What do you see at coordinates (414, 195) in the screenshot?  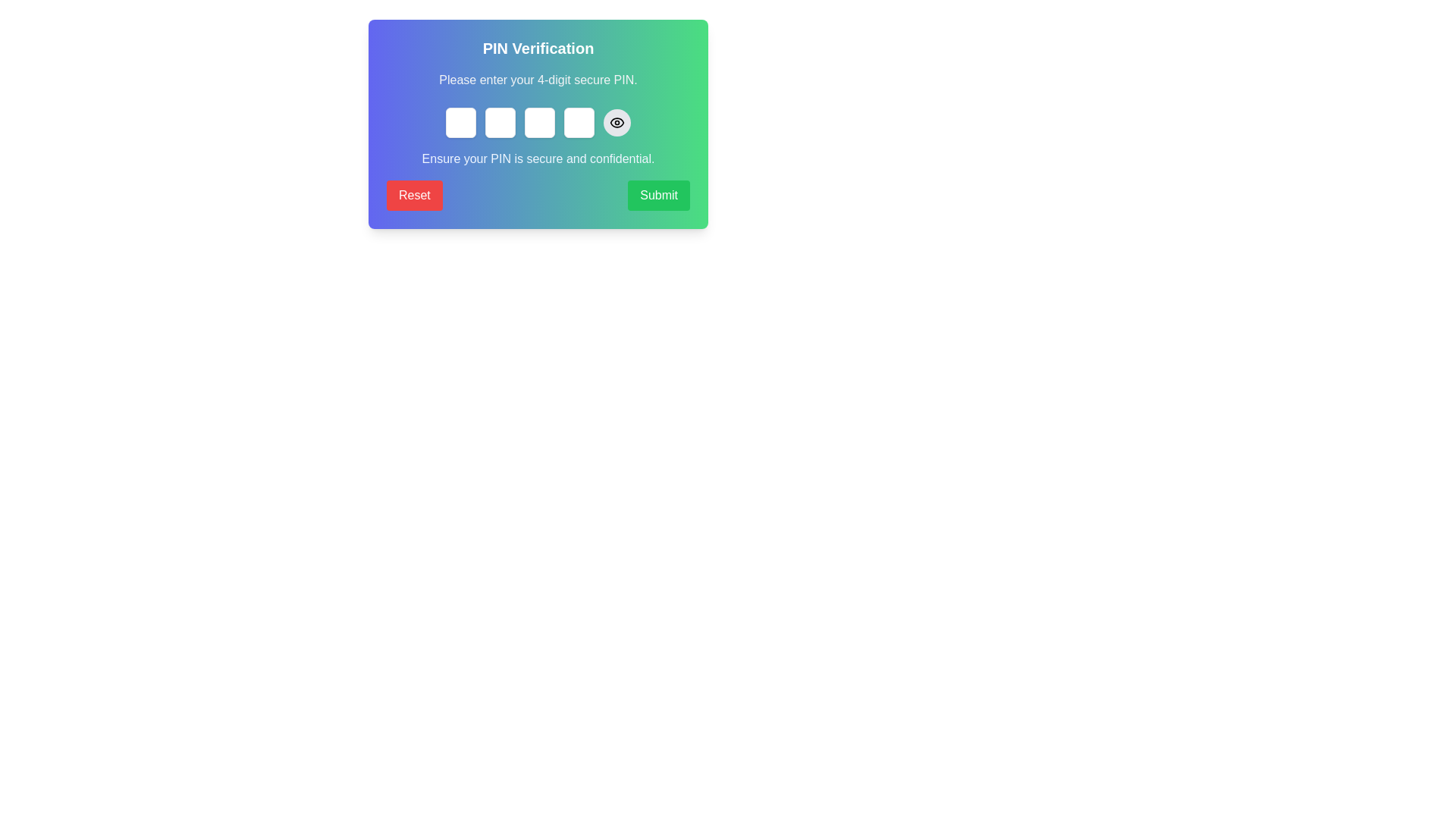 I see `the 'Reset' button, which is a rectangular button with white text on a red background located at the bottom-left of a panel` at bounding box center [414, 195].